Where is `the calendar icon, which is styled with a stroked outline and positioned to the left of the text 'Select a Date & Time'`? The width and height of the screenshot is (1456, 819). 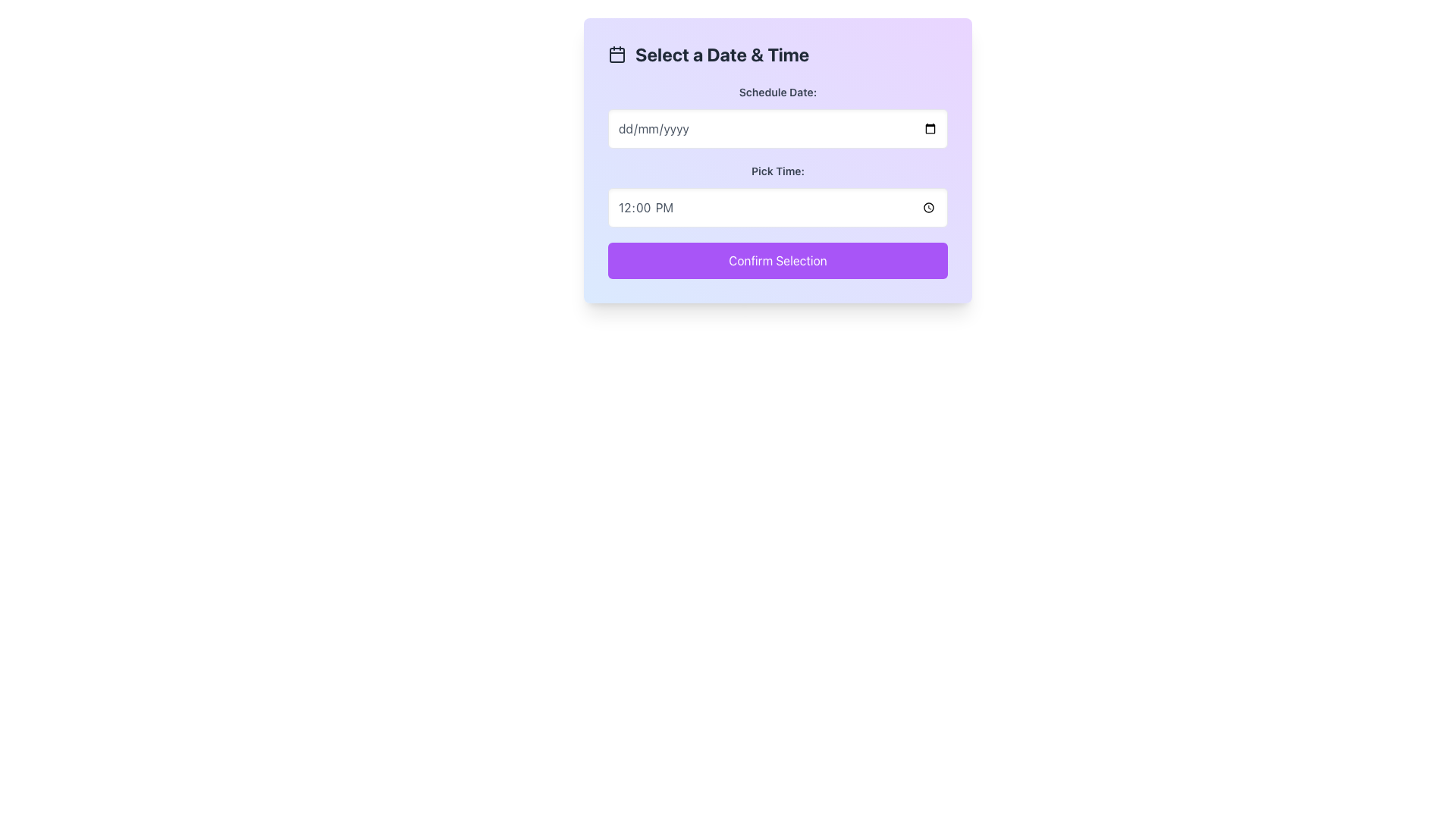
the calendar icon, which is styled with a stroked outline and positioned to the left of the text 'Select a Date & Time' is located at coordinates (617, 54).